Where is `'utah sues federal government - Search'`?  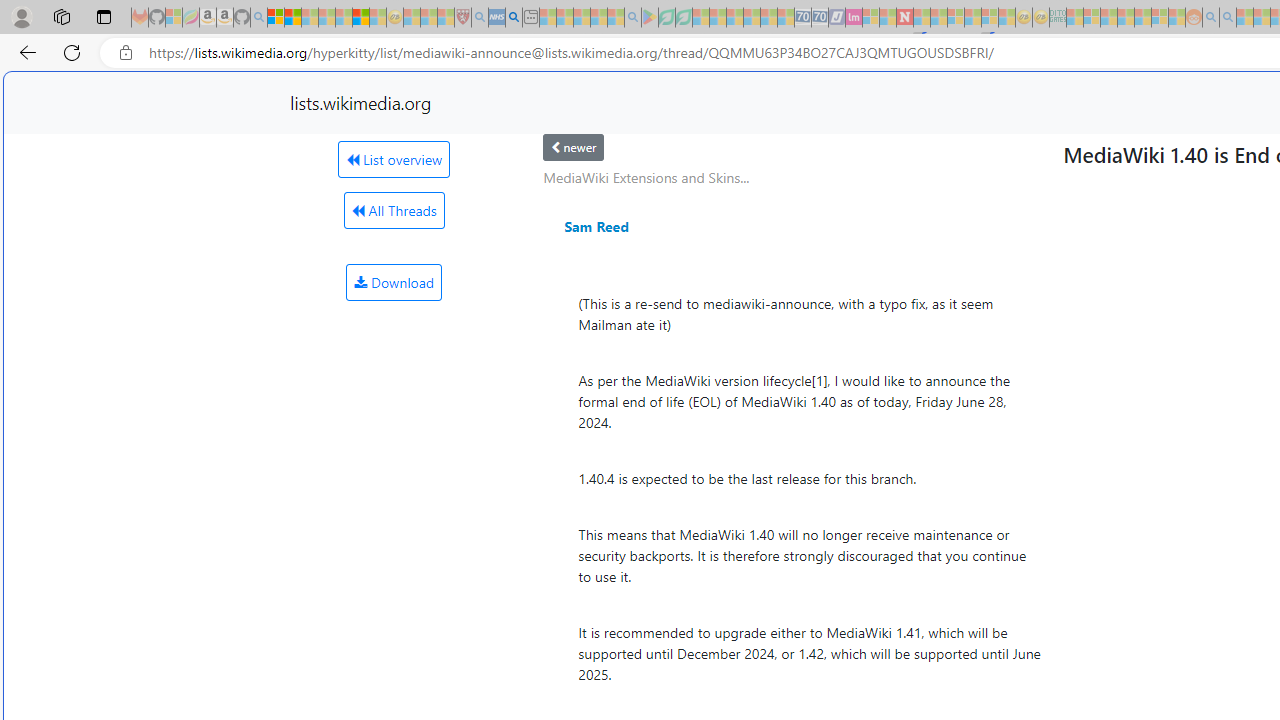 'utah sues federal government - Search' is located at coordinates (513, 17).